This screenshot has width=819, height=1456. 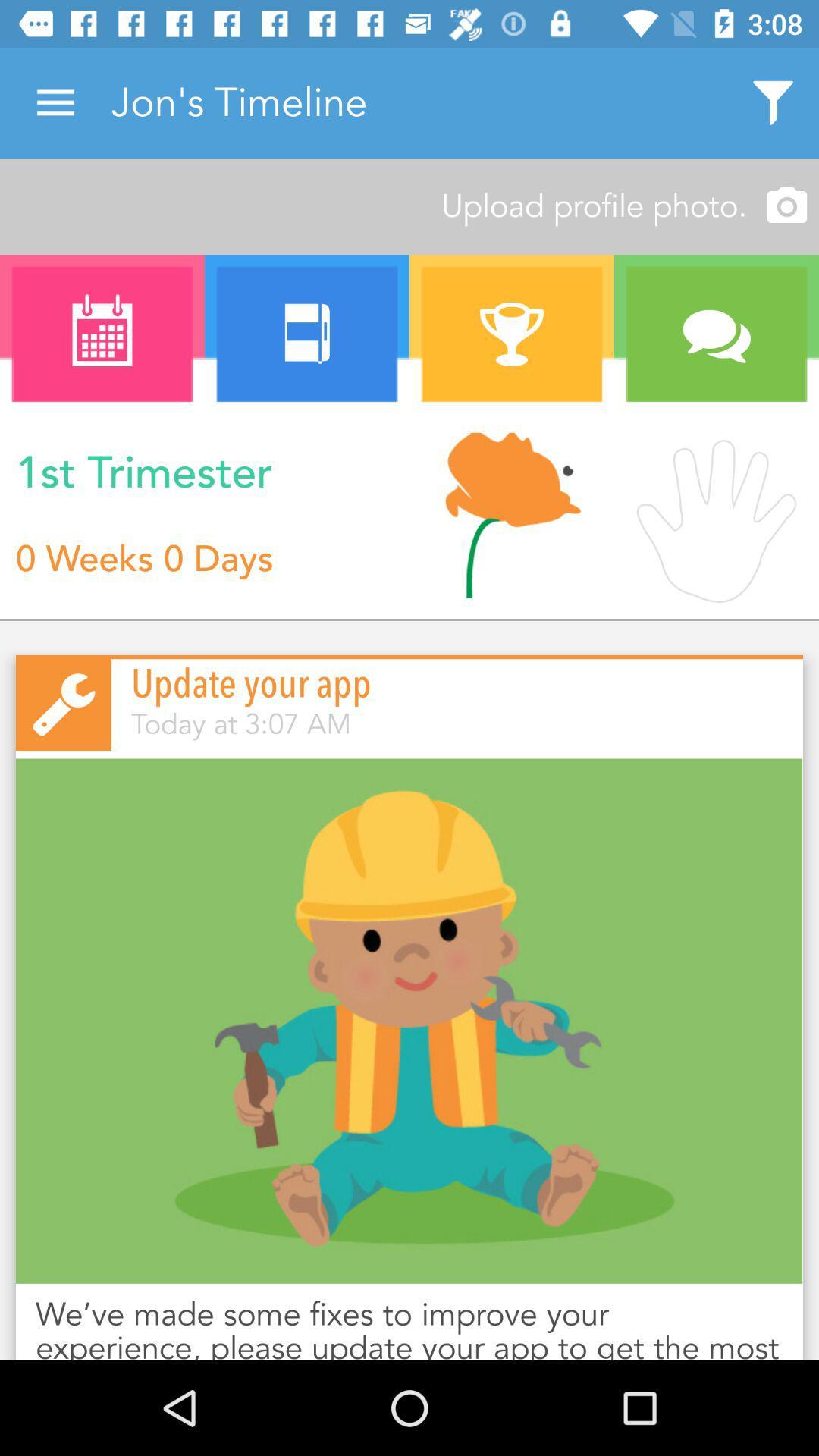 I want to click on icon above the upload profile photo. icon, so click(x=773, y=102).